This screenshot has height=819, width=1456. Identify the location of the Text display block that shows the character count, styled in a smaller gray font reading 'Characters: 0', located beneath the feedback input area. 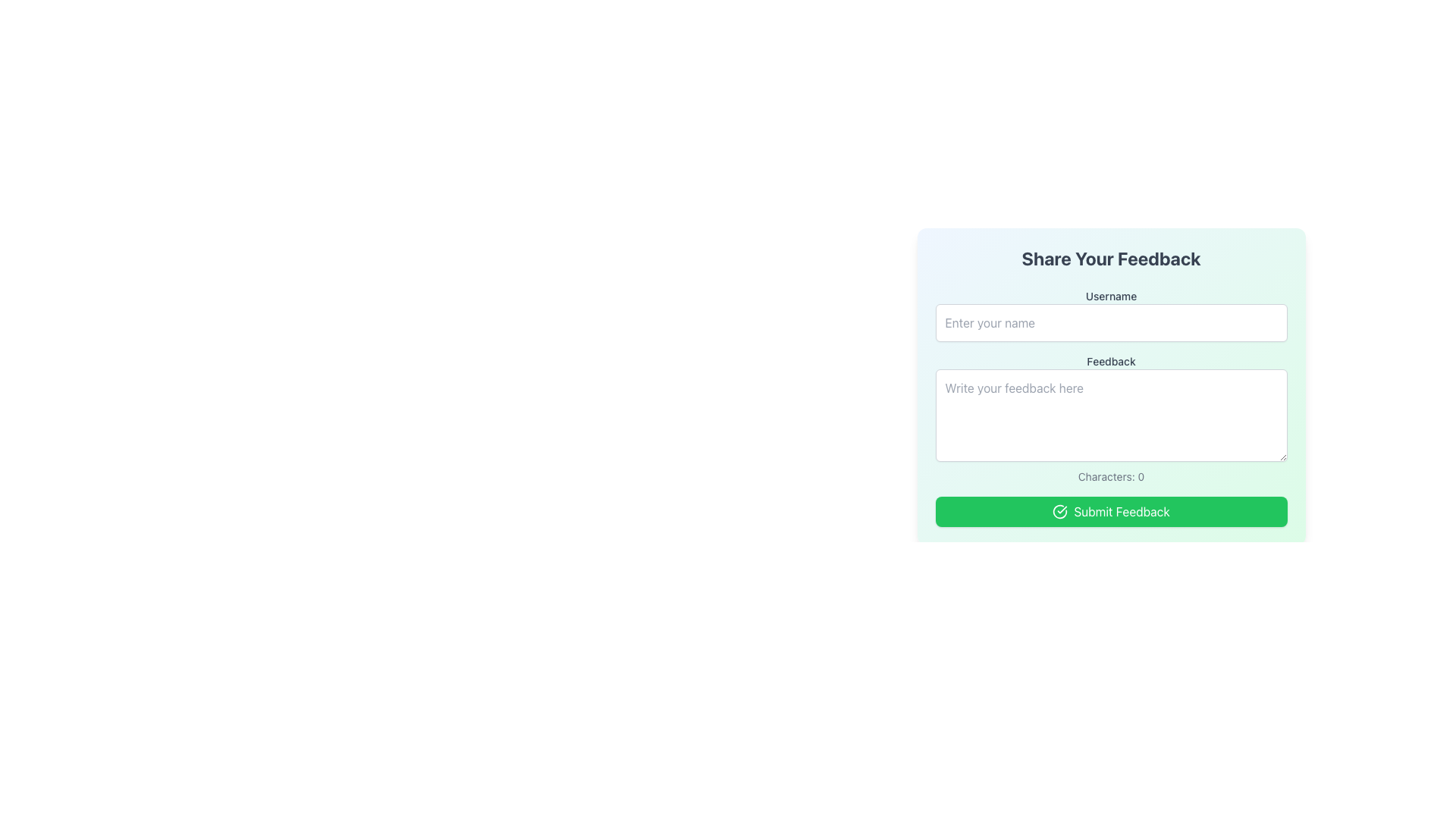
(1111, 475).